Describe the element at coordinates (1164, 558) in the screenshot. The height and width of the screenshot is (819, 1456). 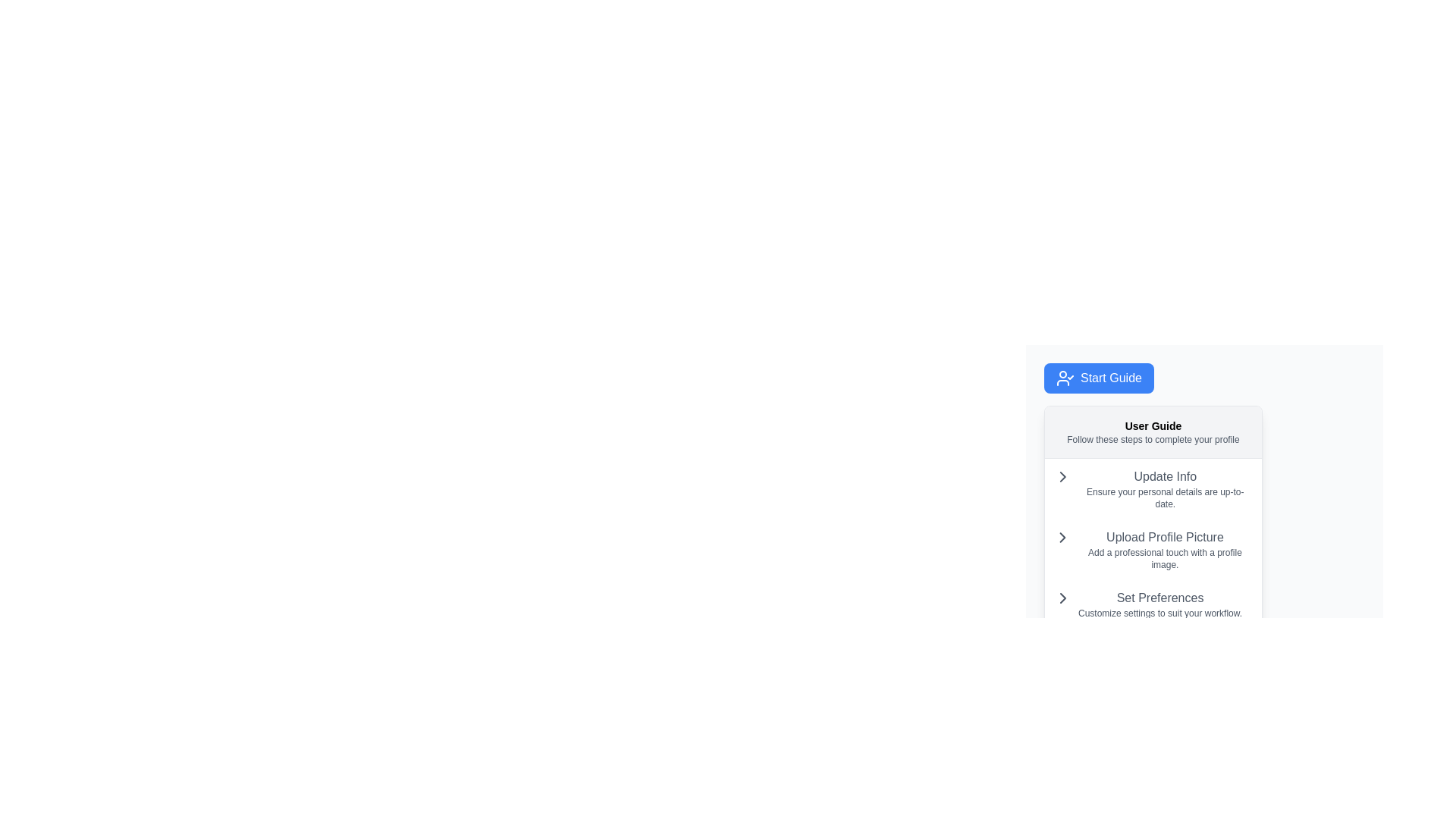
I see `information from the text label that says 'Add a professional touch with a profile image.' located below 'Upload Profile Picture' in the 'User Guide' section` at that location.